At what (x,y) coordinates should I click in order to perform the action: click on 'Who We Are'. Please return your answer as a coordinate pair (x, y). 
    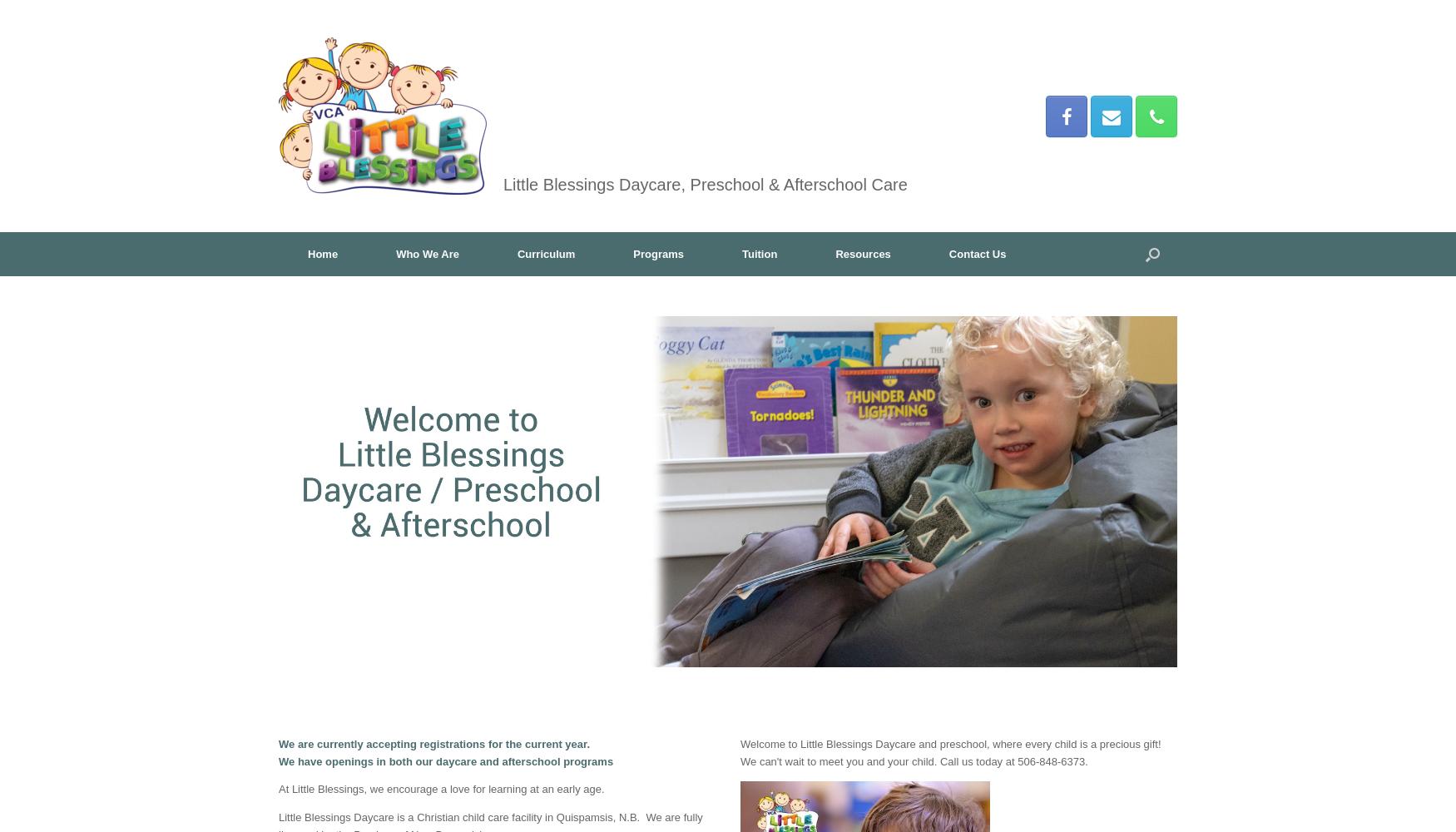
    Looking at the image, I should click on (426, 254).